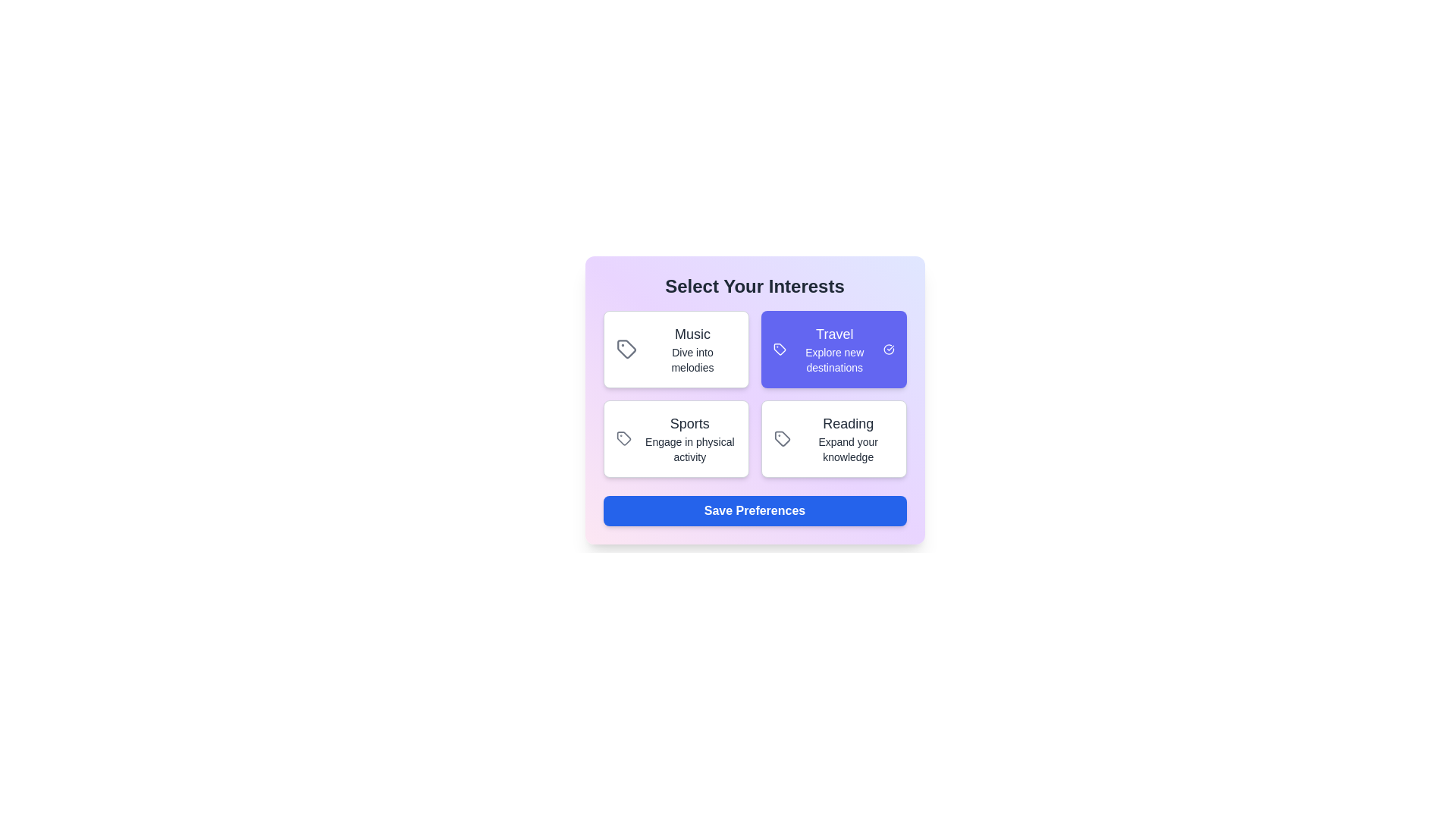 The height and width of the screenshot is (819, 1456). What do you see at coordinates (755, 511) in the screenshot?
I see `the 'Save Preferences' button to save the user's selected preferences` at bounding box center [755, 511].